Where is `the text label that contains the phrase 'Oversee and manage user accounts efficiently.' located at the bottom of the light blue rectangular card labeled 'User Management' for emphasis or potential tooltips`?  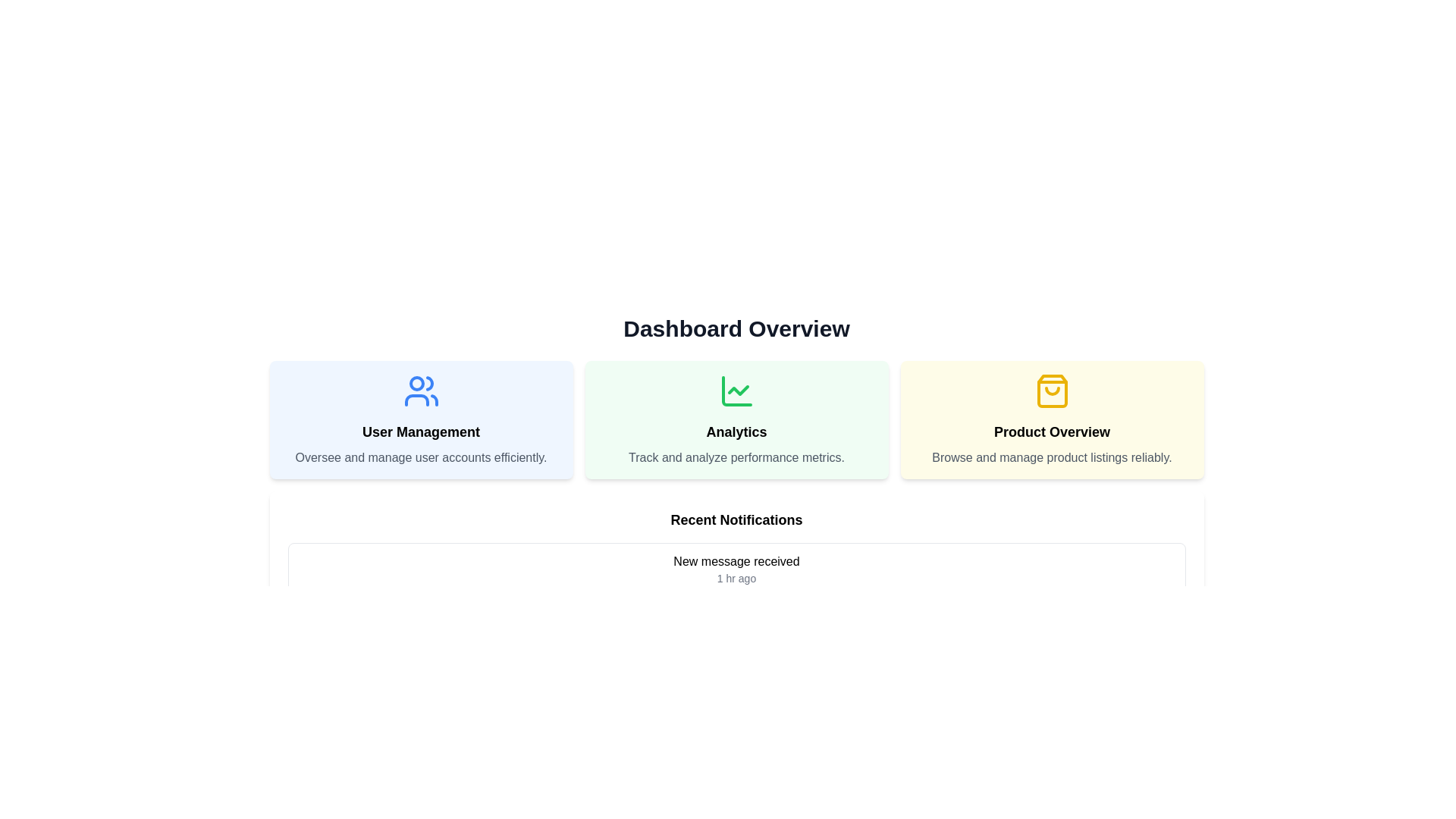 the text label that contains the phrase 'Oversee and manage user accounts efficiently.' located at the bottom of the light blue rectangular card labeled 'User Management' for emphasis or potential tooltips is located at coordinates (421, 457).